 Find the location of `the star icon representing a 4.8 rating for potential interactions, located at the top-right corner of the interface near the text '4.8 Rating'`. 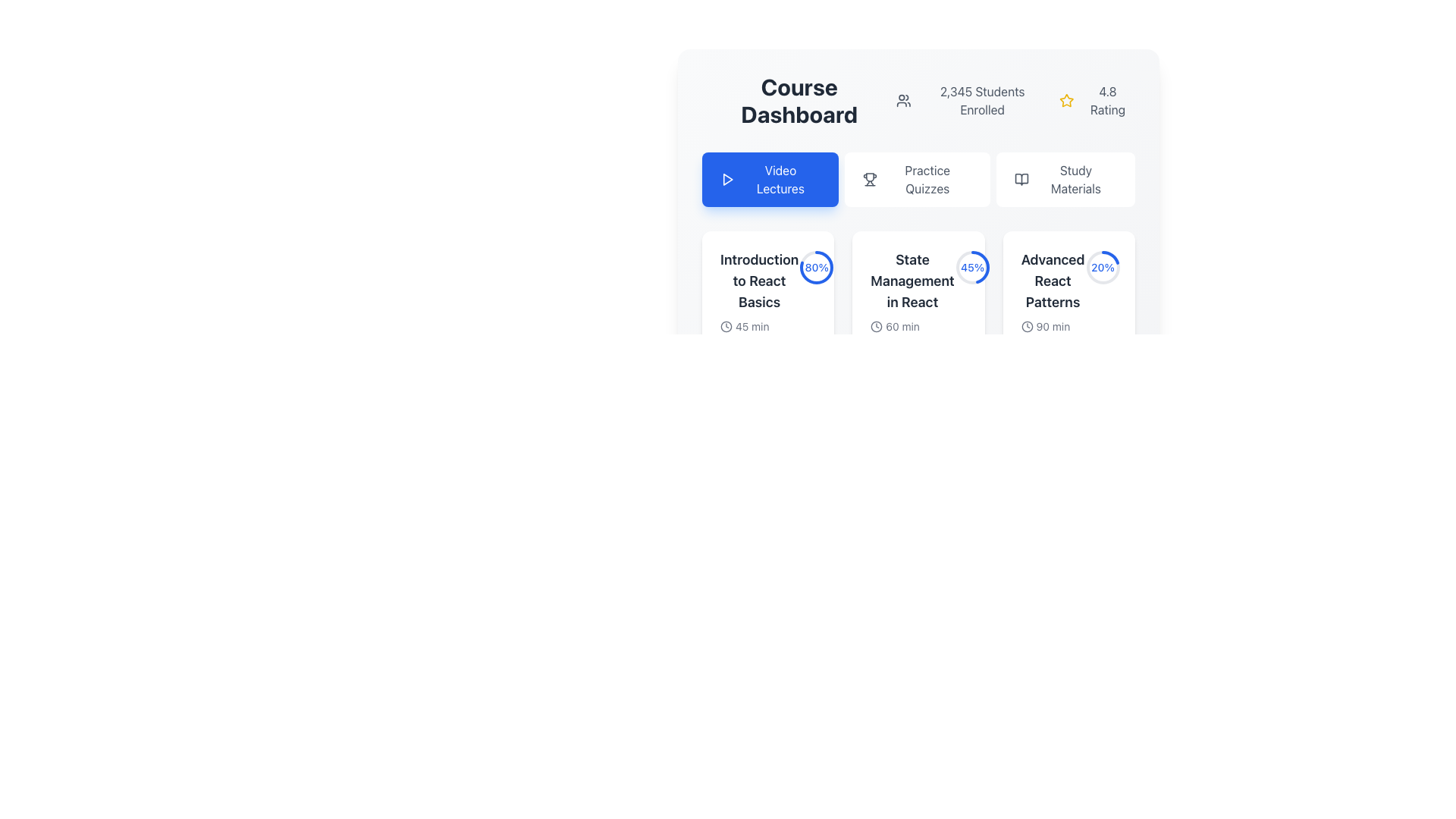

the star icon representing a 4.8 rating for potential interactions, located at the top-right corner of the interface near the text '4.8 Rating' is located at coordinates (1065, 100).